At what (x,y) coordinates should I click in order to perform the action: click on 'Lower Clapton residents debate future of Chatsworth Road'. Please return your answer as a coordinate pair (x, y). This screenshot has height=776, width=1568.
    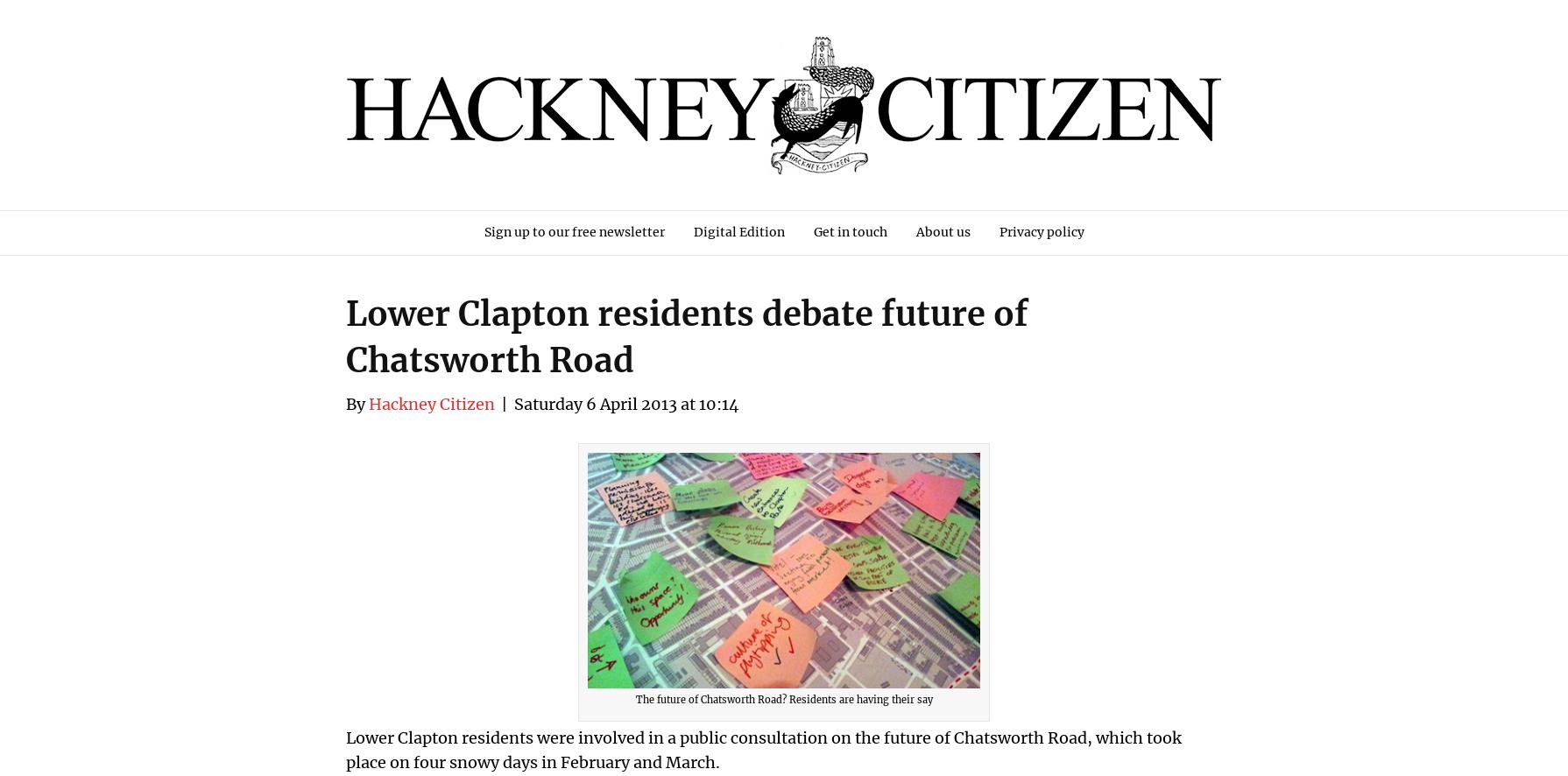
    Looking at the image, I should click on (686, 335).